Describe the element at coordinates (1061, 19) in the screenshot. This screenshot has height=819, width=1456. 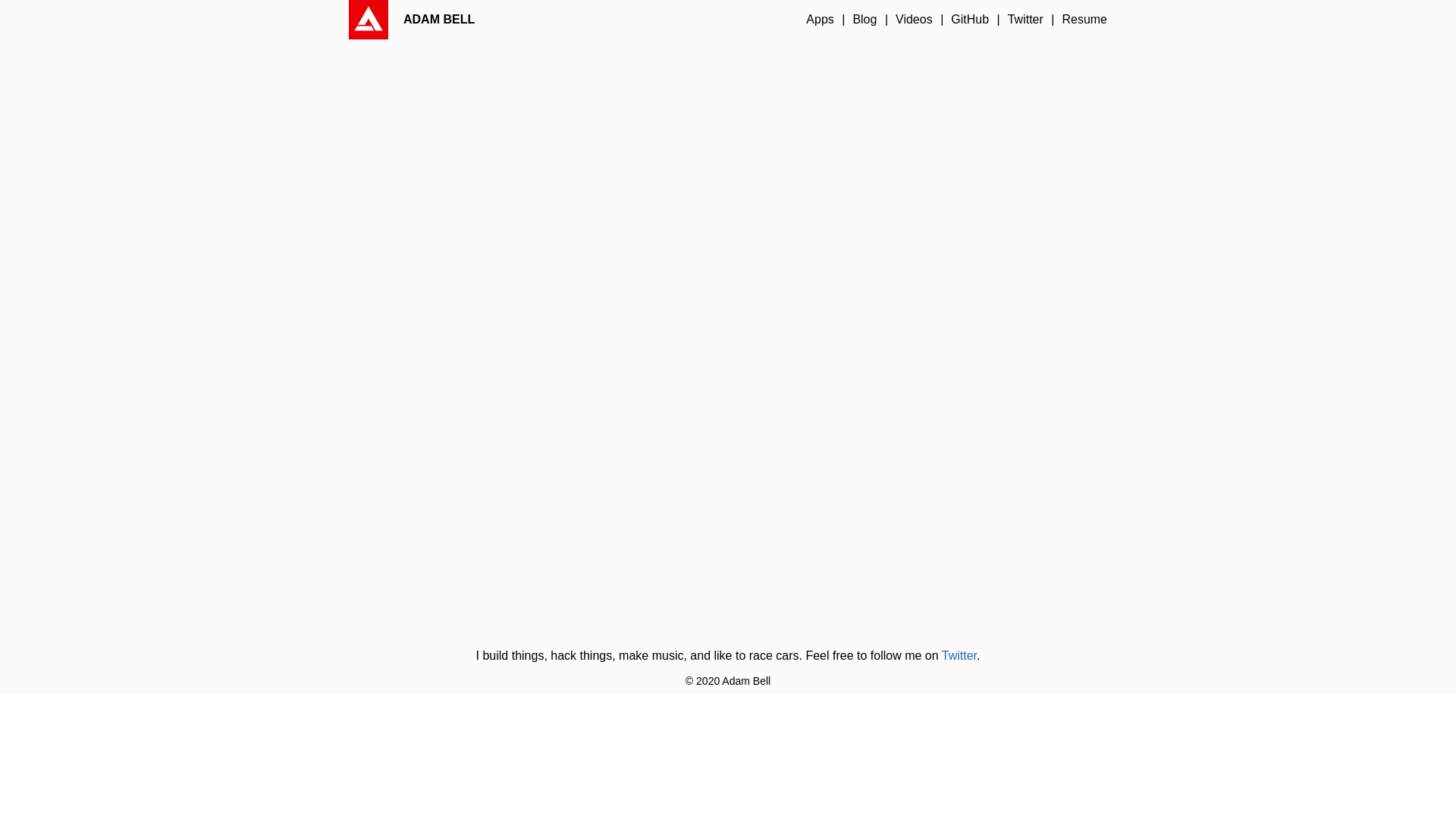
I see `'Resume'` at that location.